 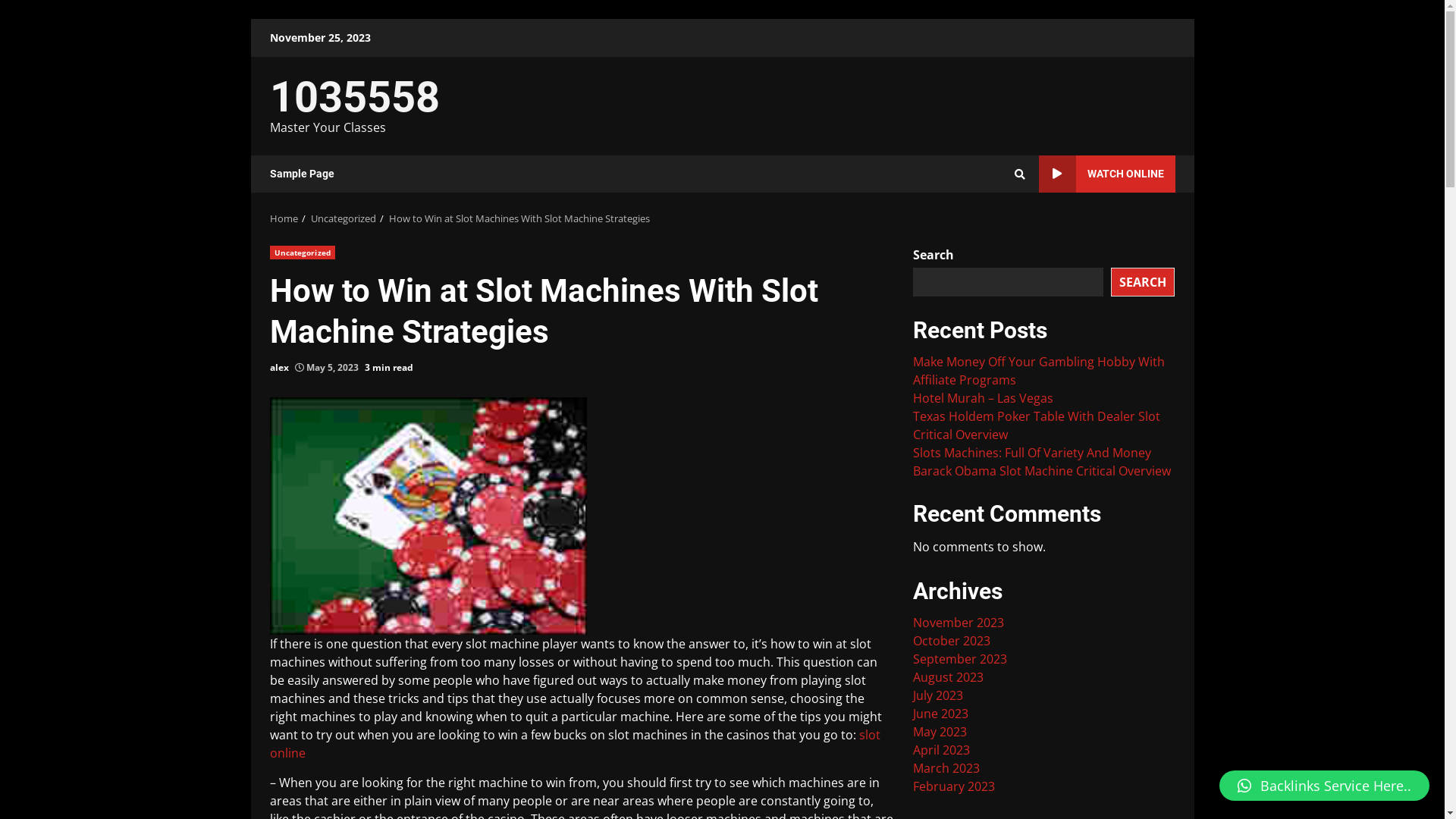 What do you see at coordinates (912, 748) in the screenshot?
I see `'April 2023'` at bounding box center [912, 748].